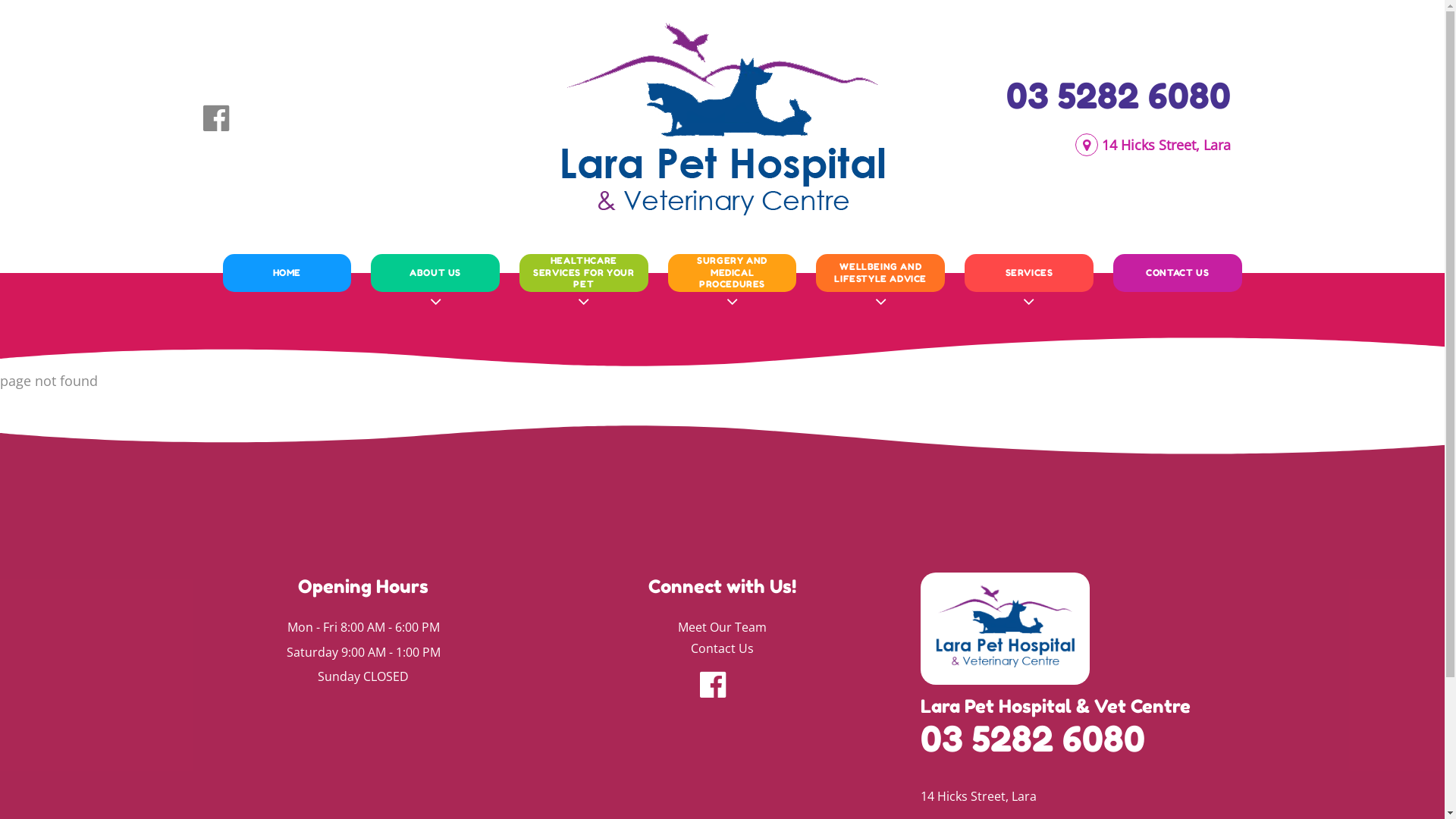  I want to click on 'HEALTHCARE SERVICES FOR YOUR PET', so click(529, 271).